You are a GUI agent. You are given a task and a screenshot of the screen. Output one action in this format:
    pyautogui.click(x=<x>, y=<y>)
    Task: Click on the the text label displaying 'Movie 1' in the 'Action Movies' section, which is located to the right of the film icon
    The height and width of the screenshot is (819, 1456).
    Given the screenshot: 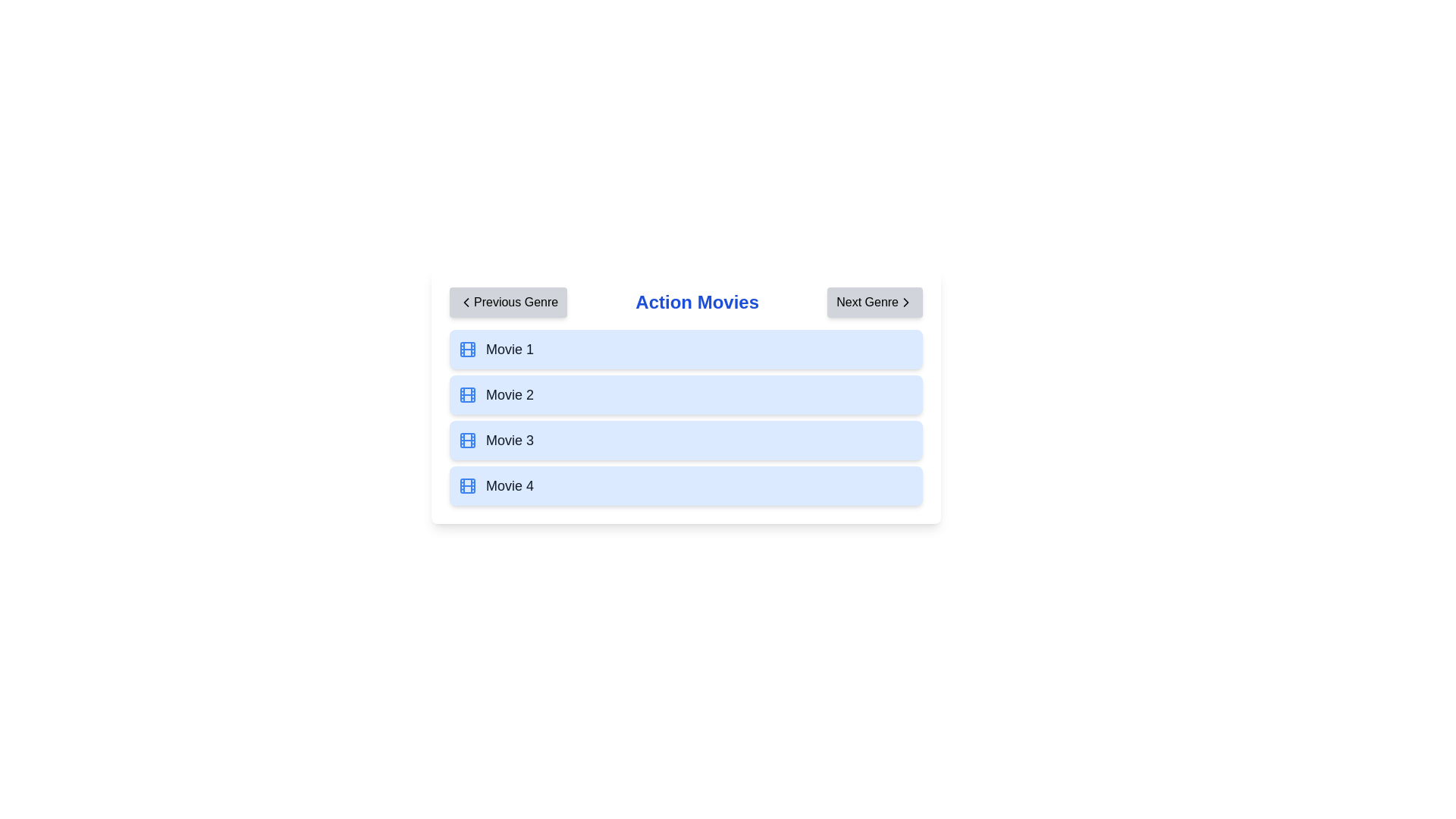 What is the action you would take?
    pyautogui.click(x=510, y=350)
    